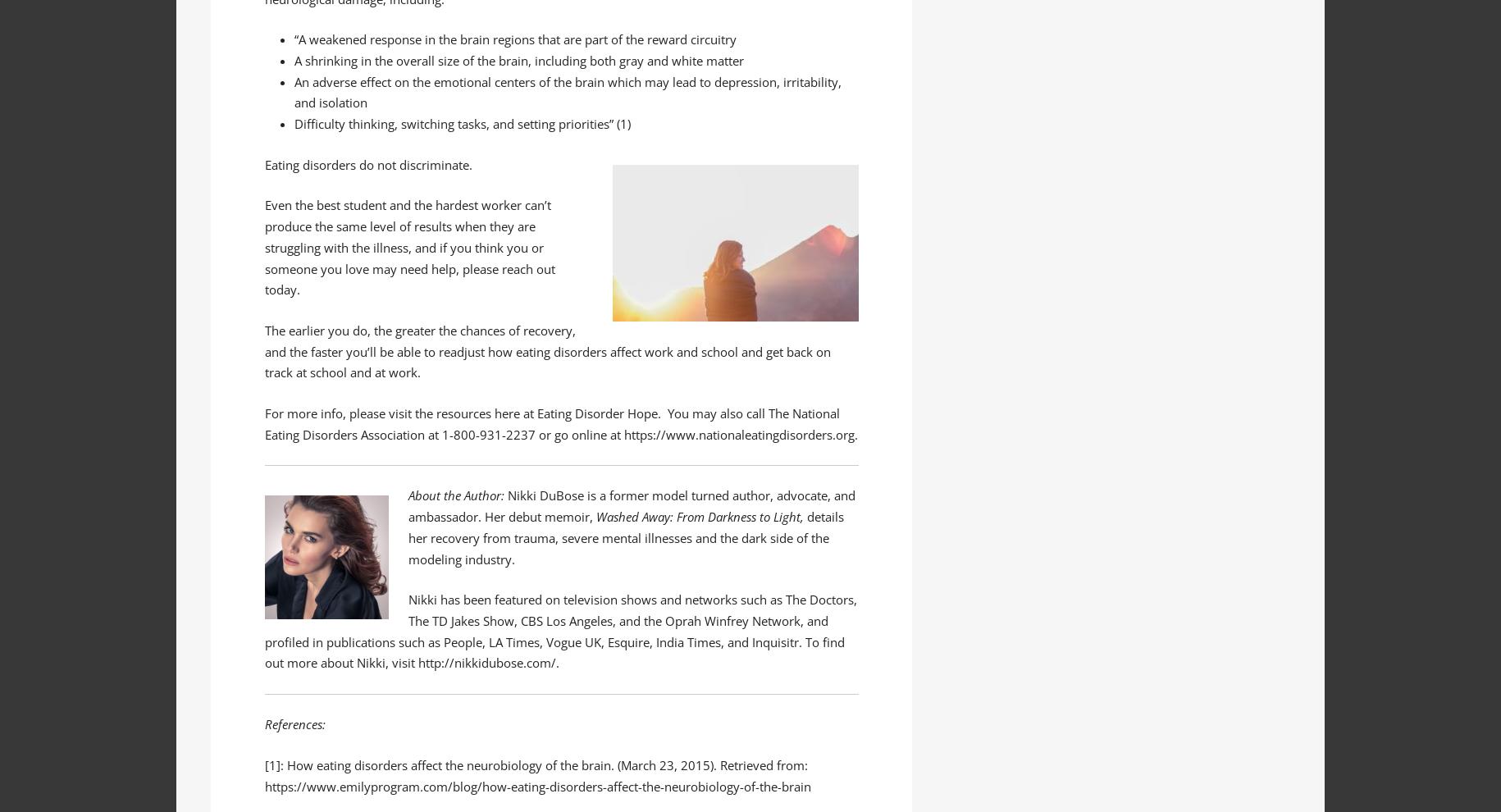  Describe the element at coordinates (547, 349) in the screenshot. I see `'The earlier you do, the greater the chances of recovery, and the faster you’ll be able to readjust how eating disorders affect work and school and get back on track at school and at work.'` at that location.